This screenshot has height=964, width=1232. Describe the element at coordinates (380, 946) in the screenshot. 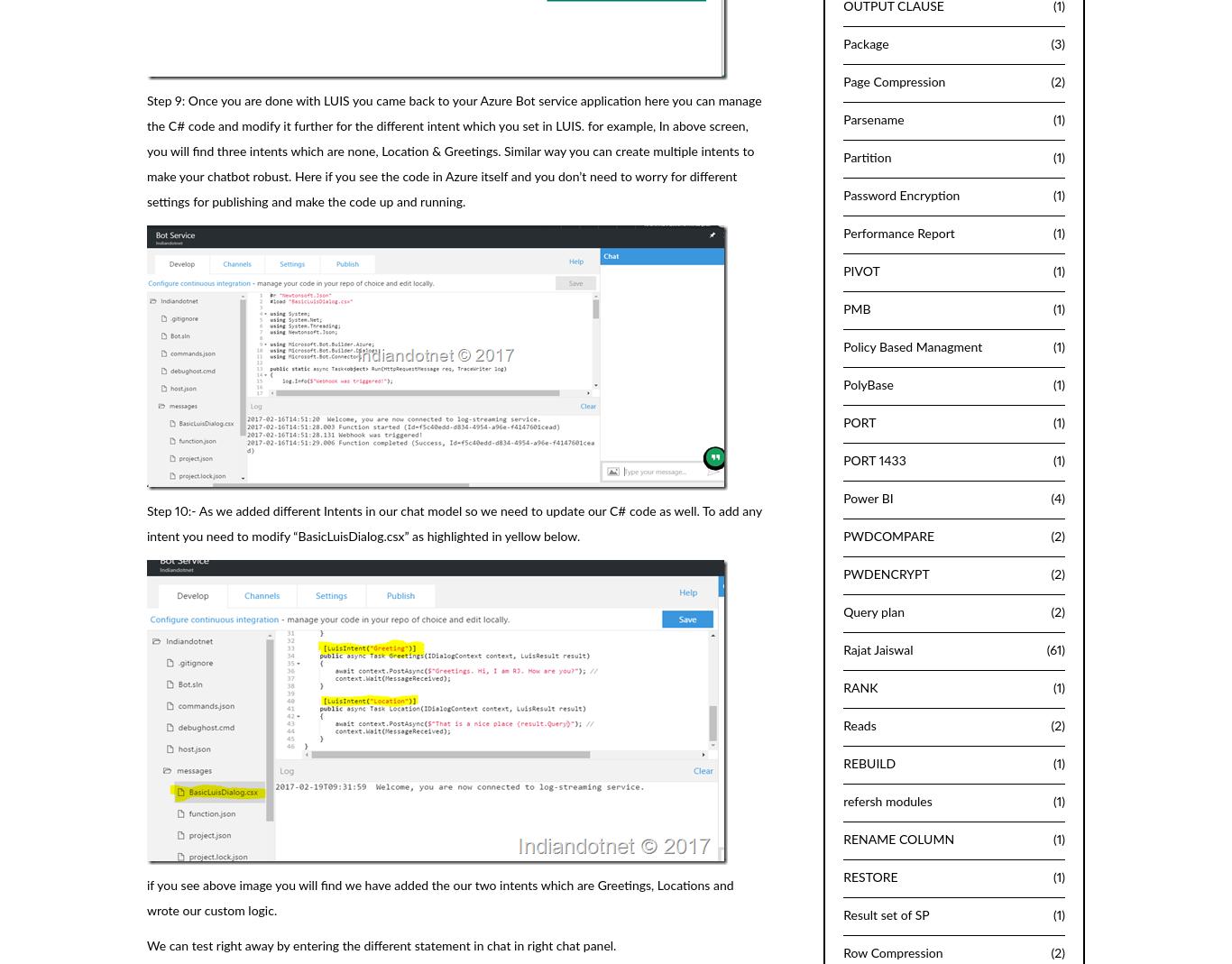

I see `'We can test right away by entering the different statement in chat in right chat panel.'` at that location.